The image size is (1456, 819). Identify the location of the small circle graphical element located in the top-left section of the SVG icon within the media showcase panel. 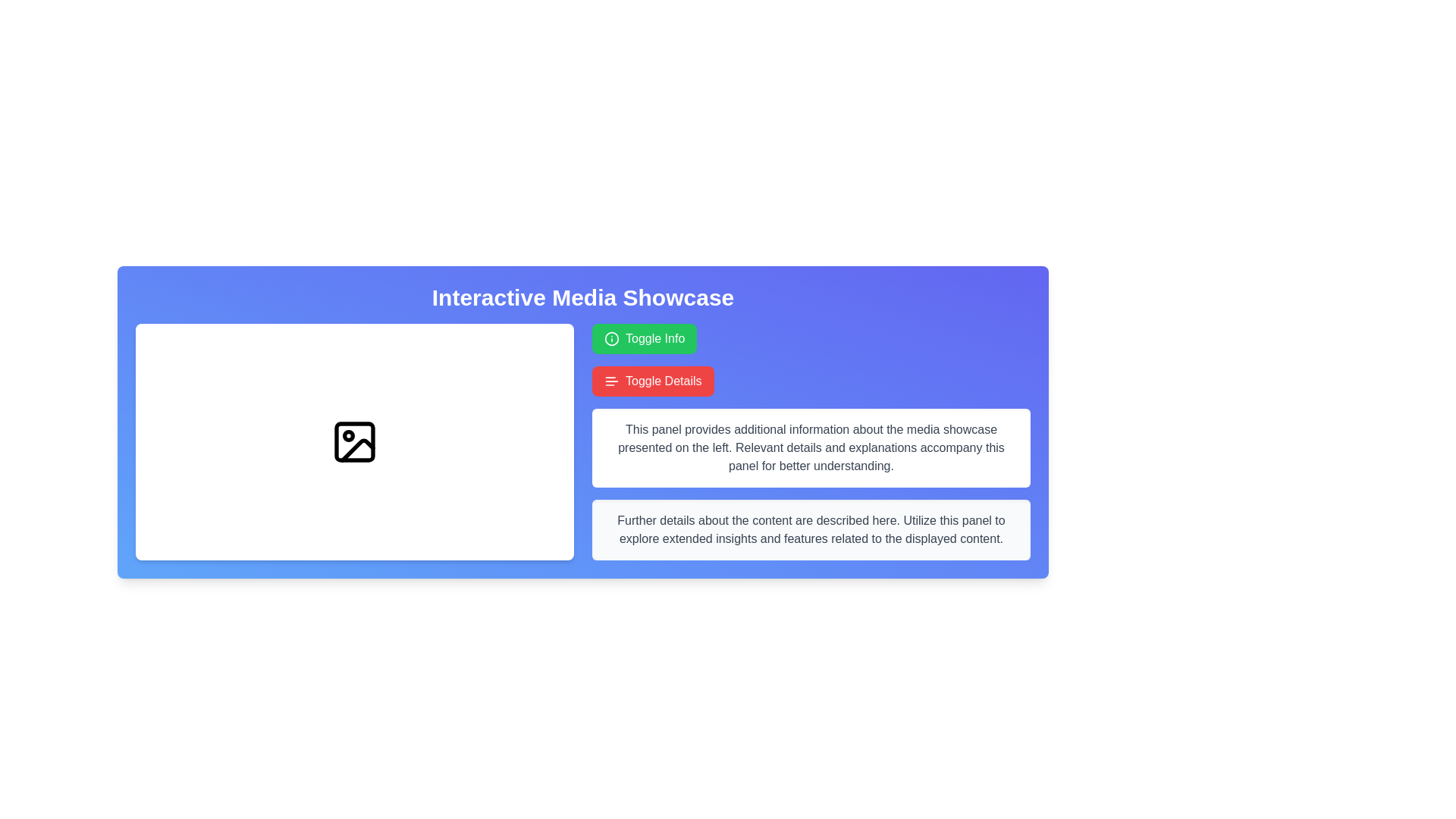
(348, 435).